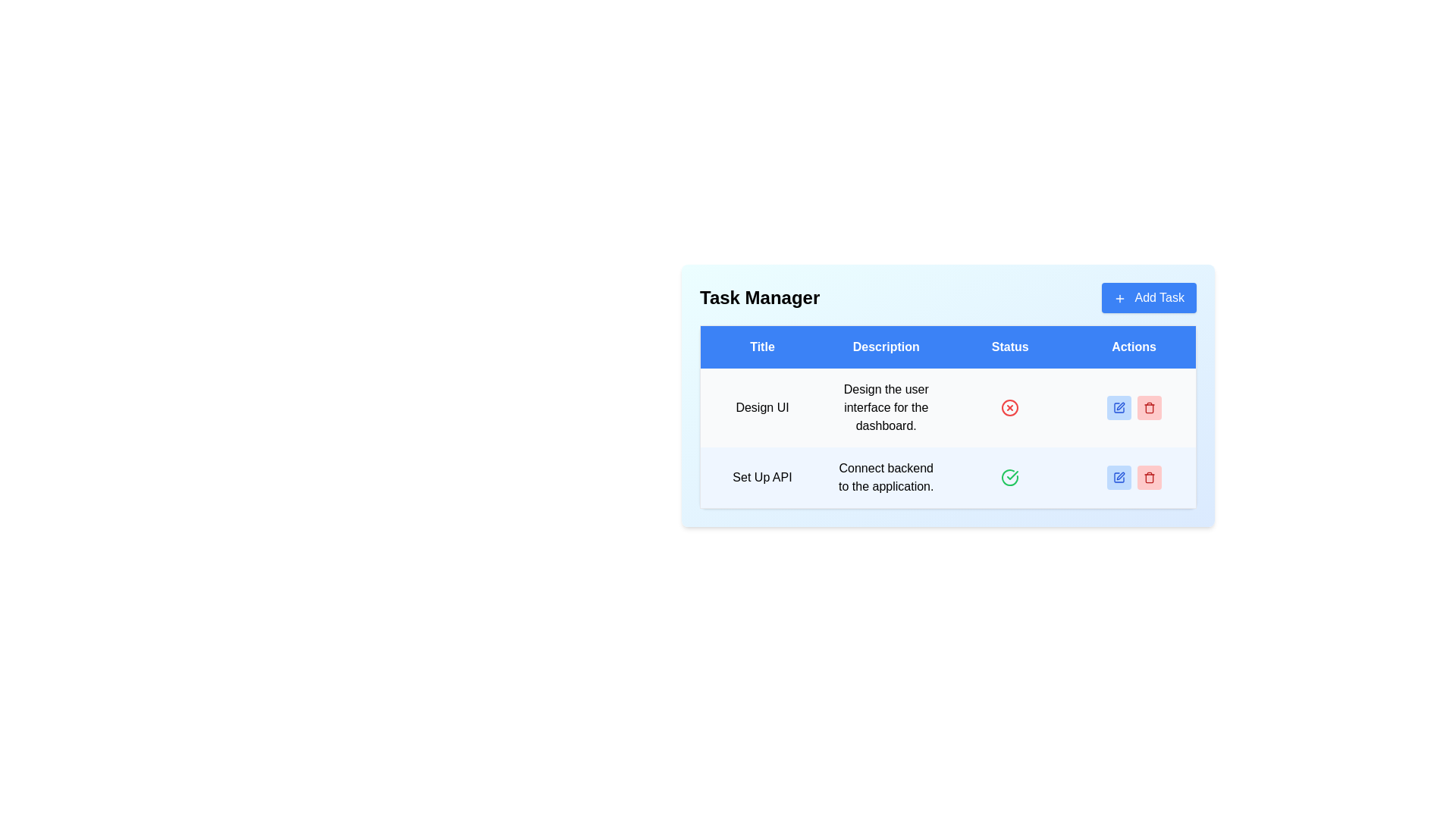 Image resolution: width=1456 pixels, height=819 pixels. I want to click on the header cell of the table column, so click(762, 347).